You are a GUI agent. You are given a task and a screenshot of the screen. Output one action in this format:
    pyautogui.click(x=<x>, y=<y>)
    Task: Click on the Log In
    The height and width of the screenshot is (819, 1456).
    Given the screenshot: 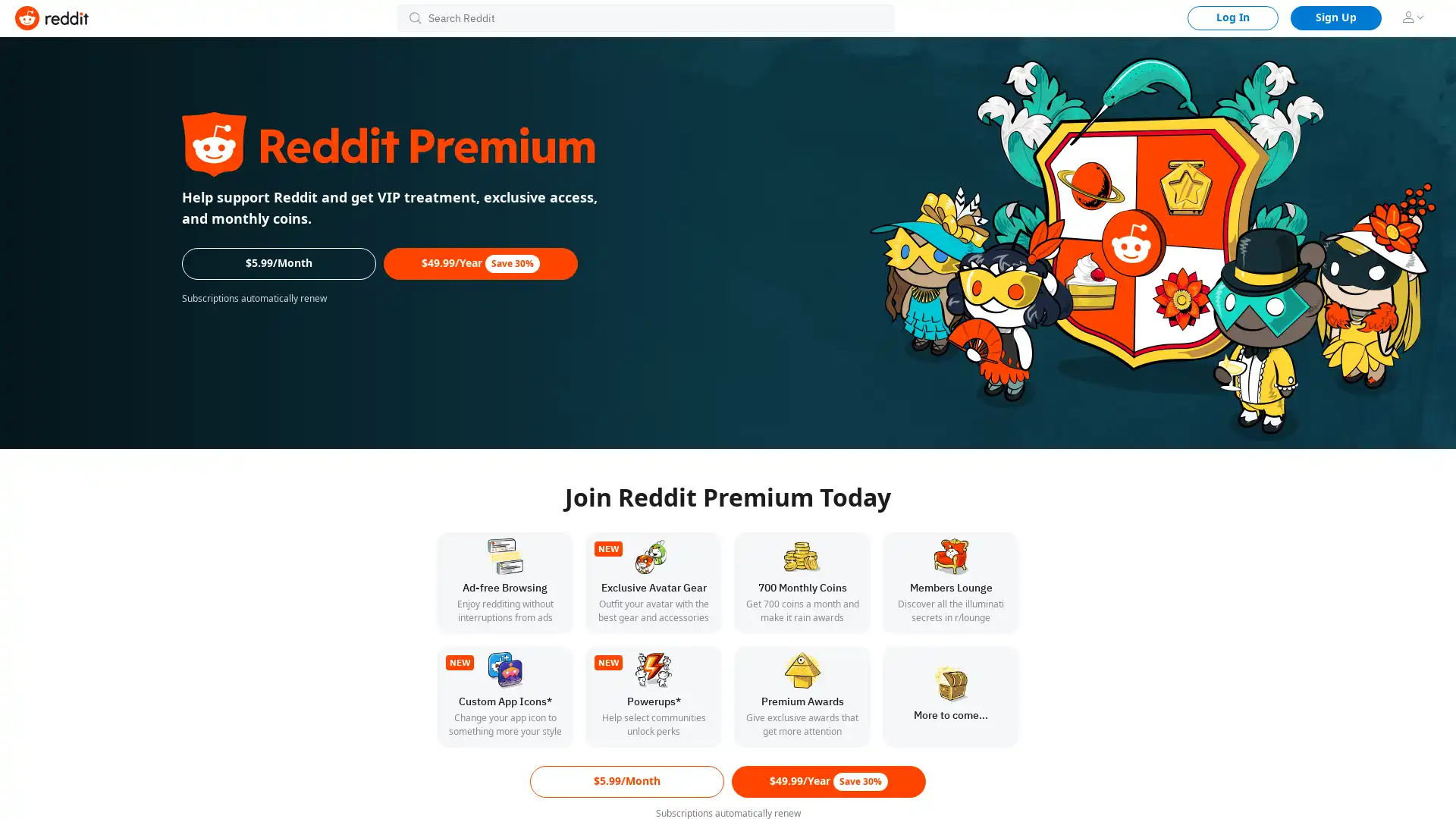 What is the action you would take?
    pyautogui.click(x=1233, y=17)
    